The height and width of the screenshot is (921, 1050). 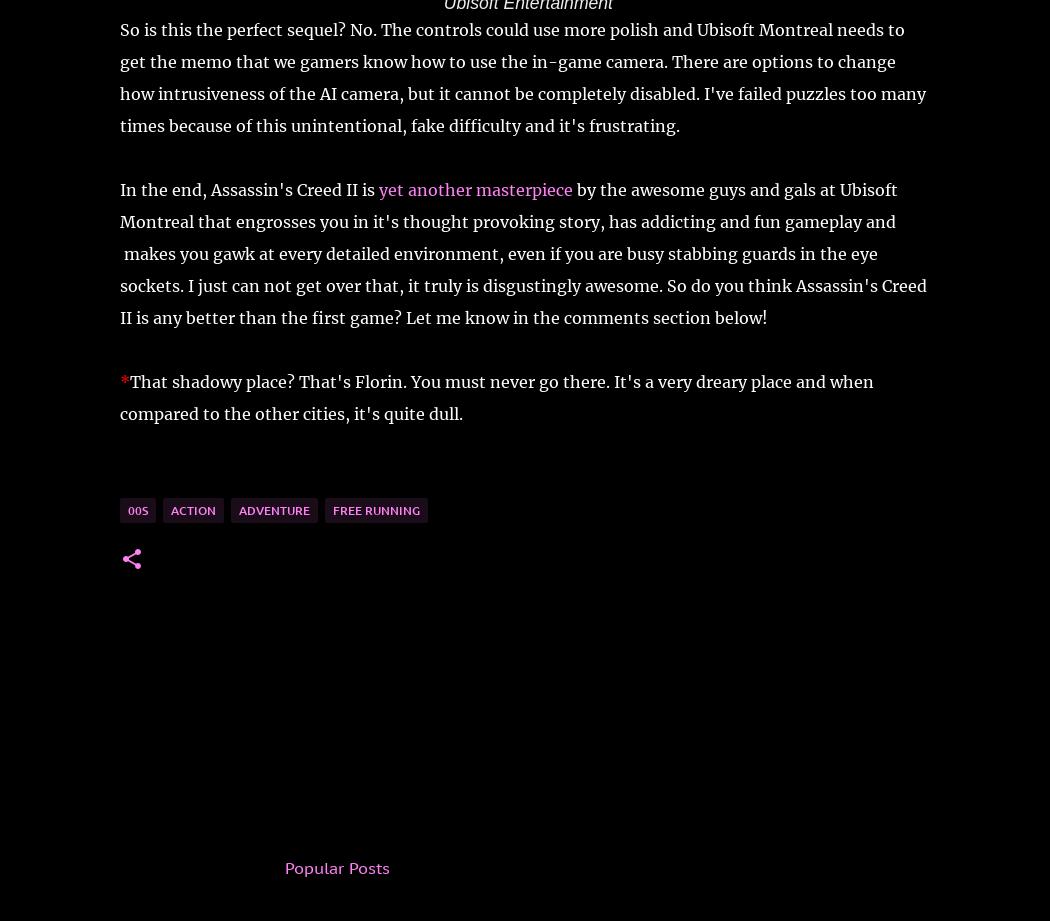 What do you see at coordinates (273, 508) in the screenshot?
I see `'adventure'` at bounding box center [273, 508].